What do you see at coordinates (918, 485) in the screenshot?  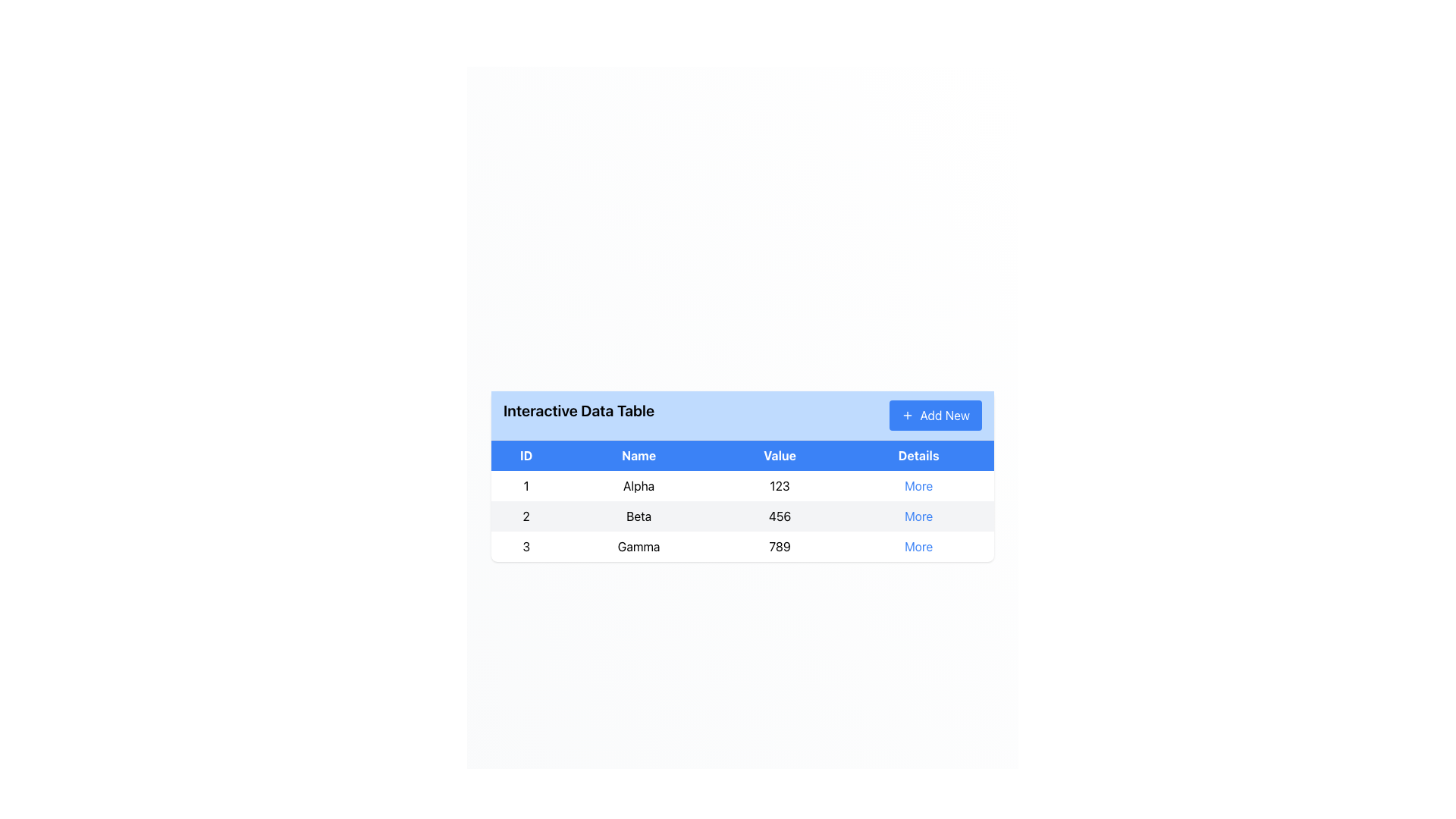 I see `the text link labeled 'More' in blue color located in the rightmost column of the first row of the table` at bounding box center [918, 485].